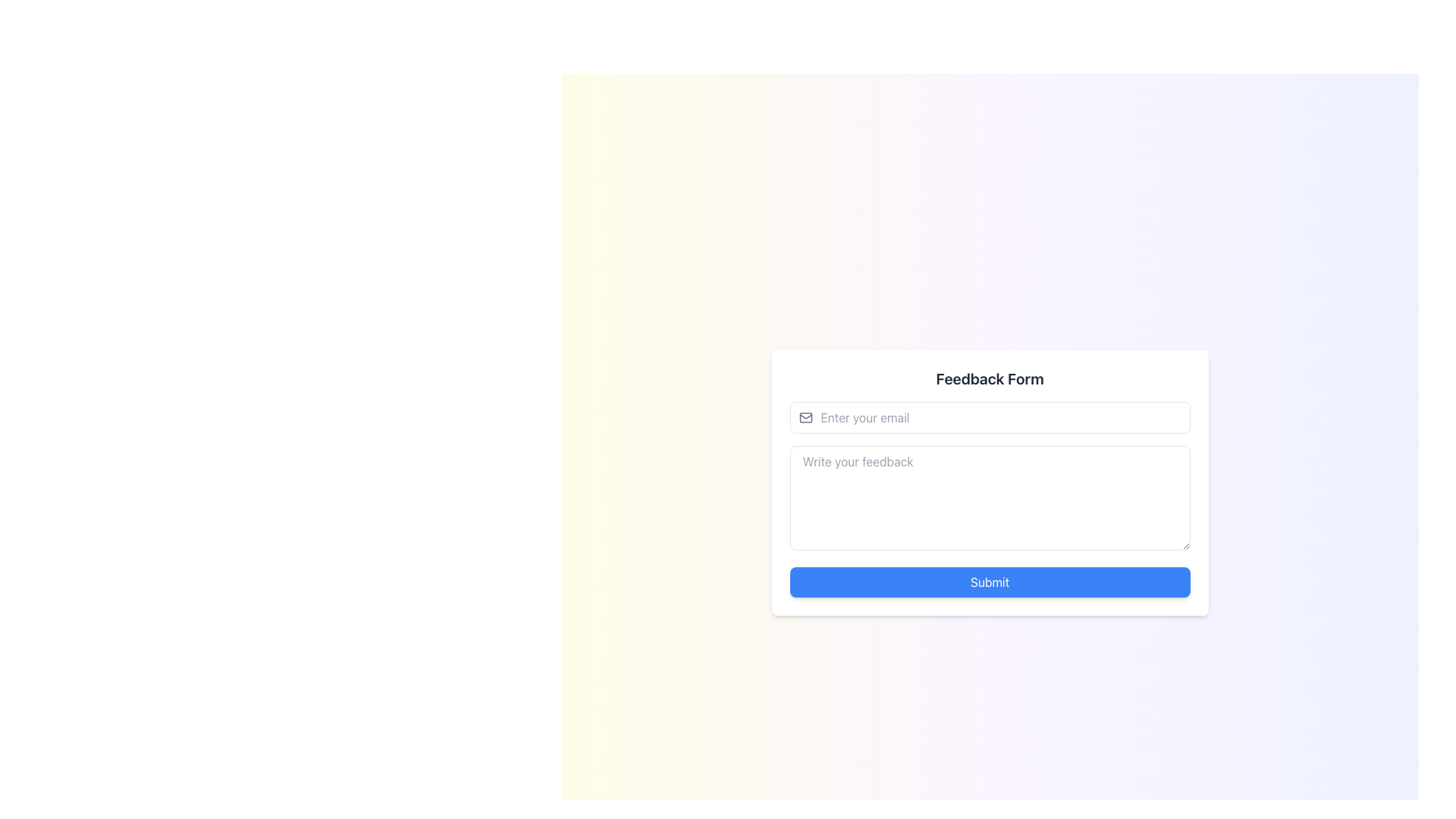 Image resolution: width=1456 pixels, height=819 pixels. Describe the element at coordinates (990, 418) in the screenshot. I see `the email input field in the Feedback Form to focus it` at that location.